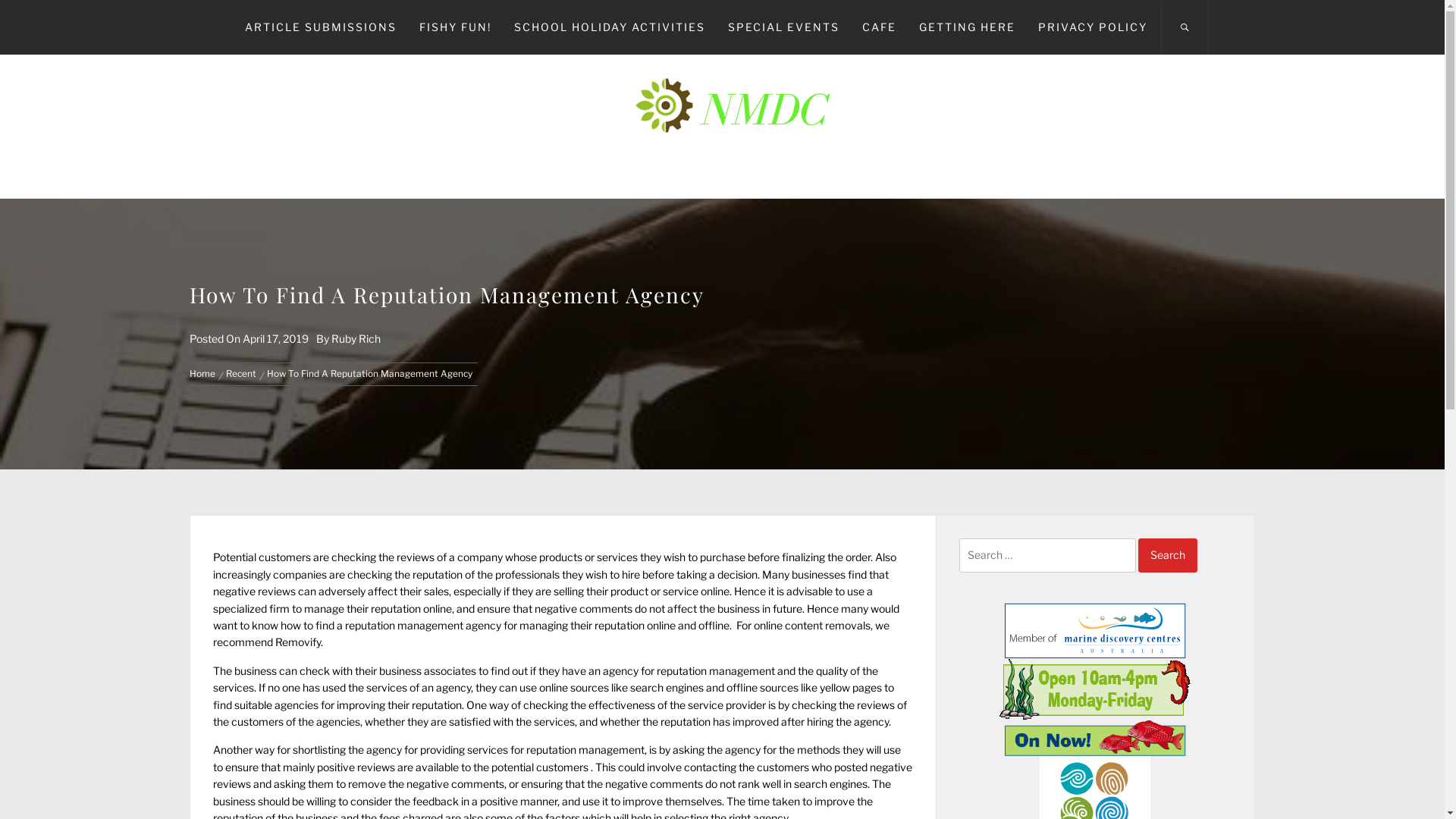 This screenshot has width=1456, height=819. What do you see at coordinates (1167, 555) in the screenshot?
I see `'Search'` at bounding box center [1167, 555].